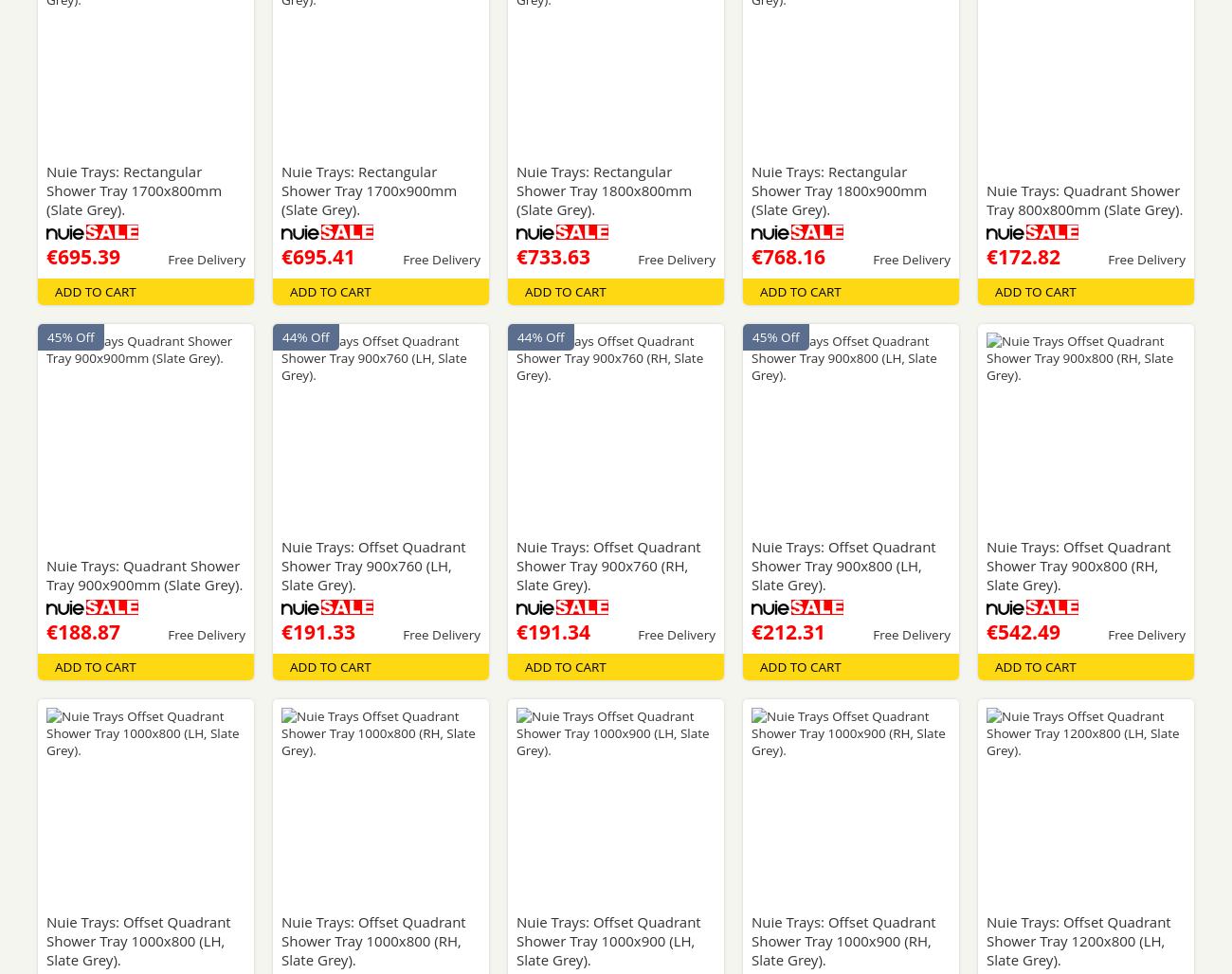  I want to click on 'Nuie Trays: Rectangular Shower Tray 1800x900mm (Slate Grey).', so click(838, 189).